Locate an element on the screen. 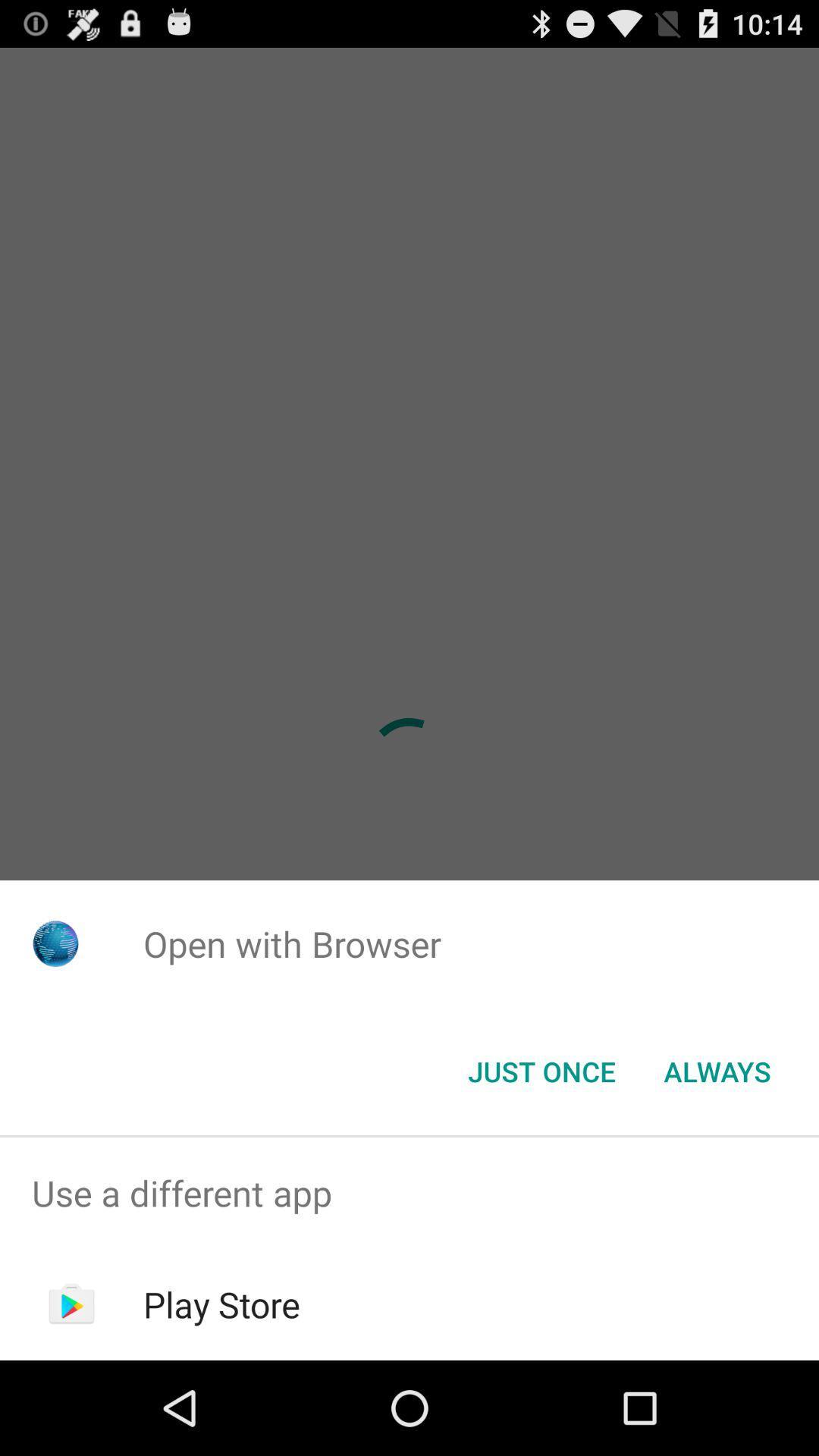 This screenshot has width=819, height=1456. use a different app is located at coordinates (409, 1192).